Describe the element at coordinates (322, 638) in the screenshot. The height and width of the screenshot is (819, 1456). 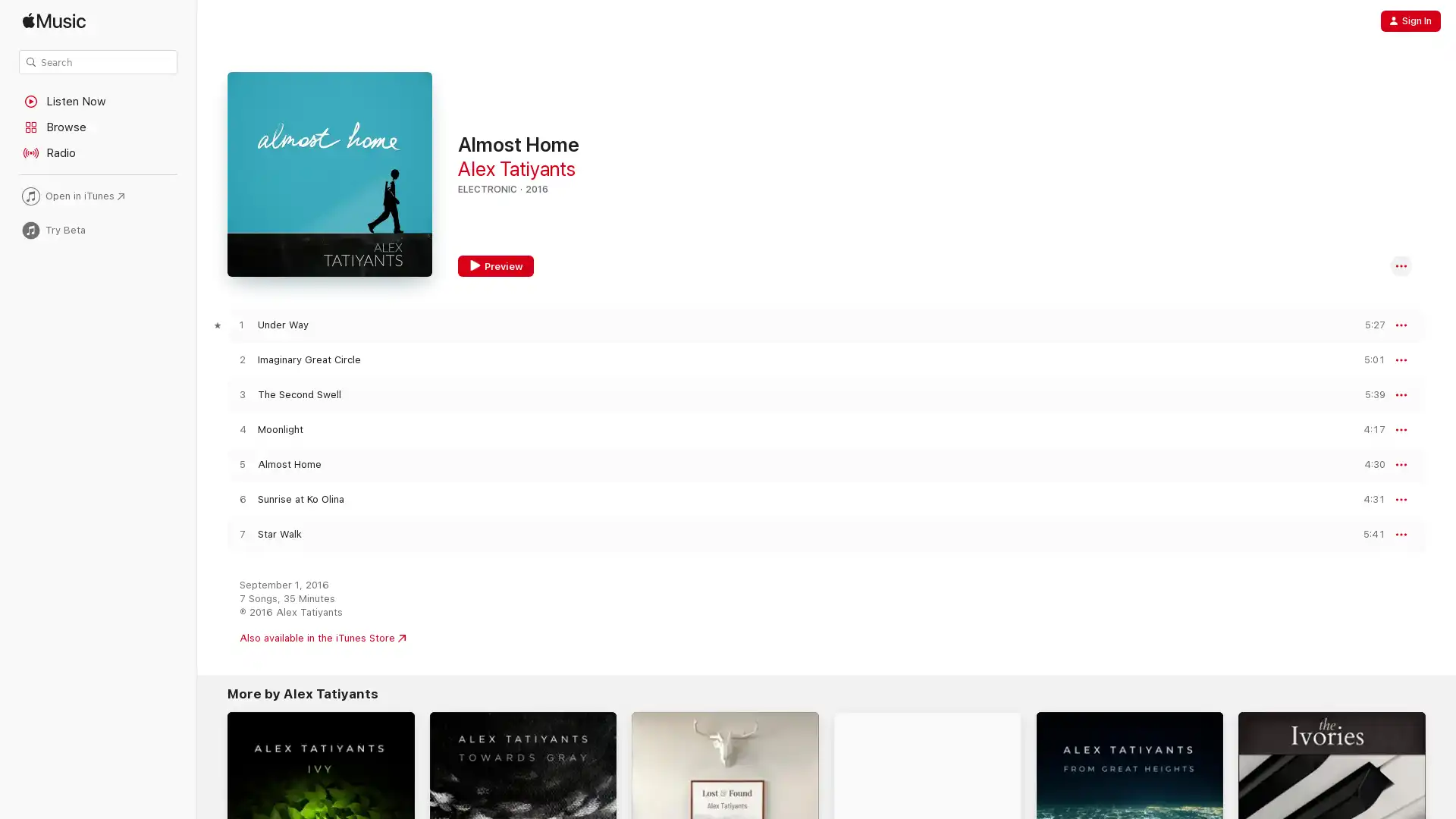
I see `Also available in the iTunes Store` at that location.